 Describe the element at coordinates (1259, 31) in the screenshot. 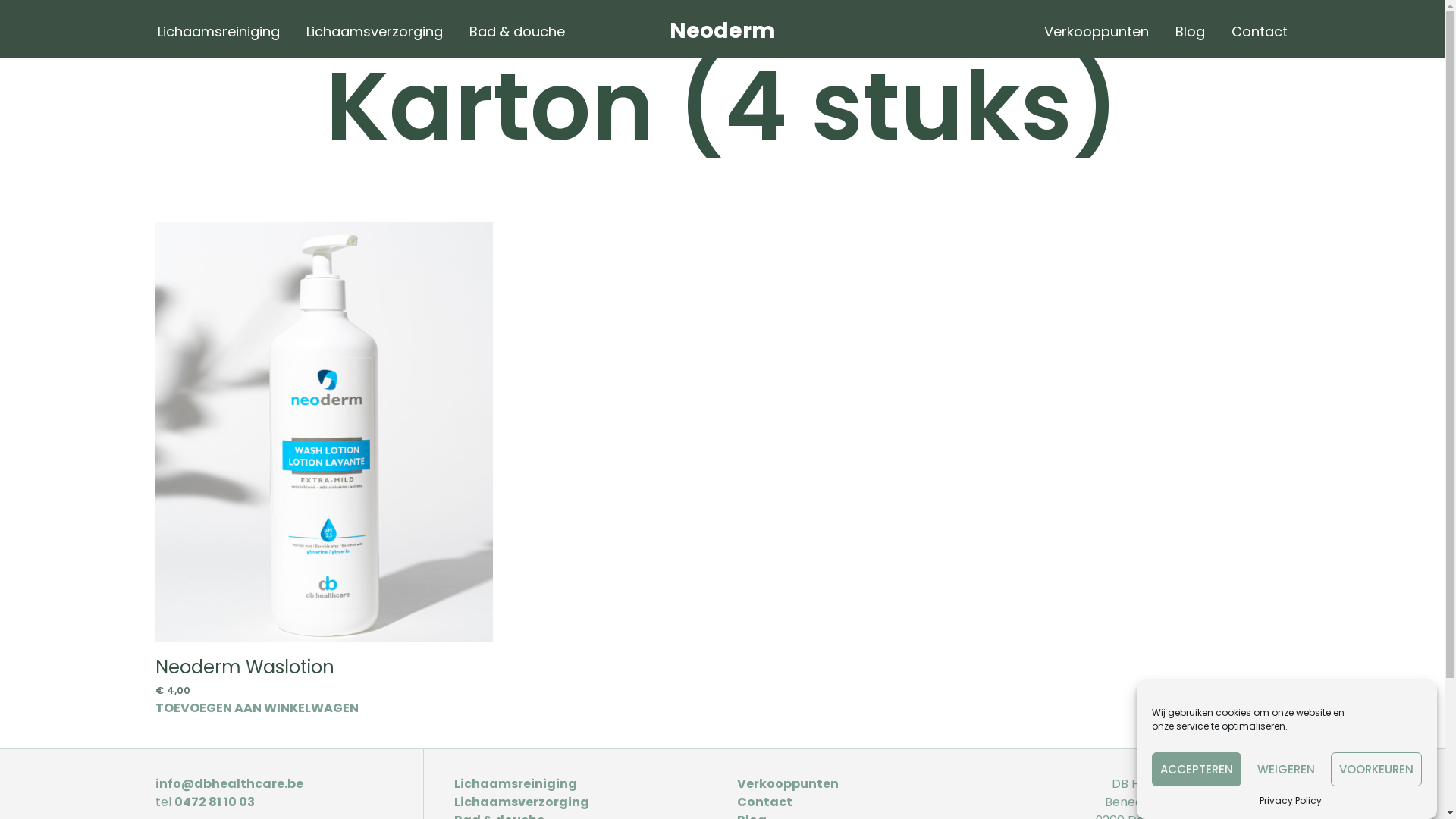

I see `'Contact'` at that location.